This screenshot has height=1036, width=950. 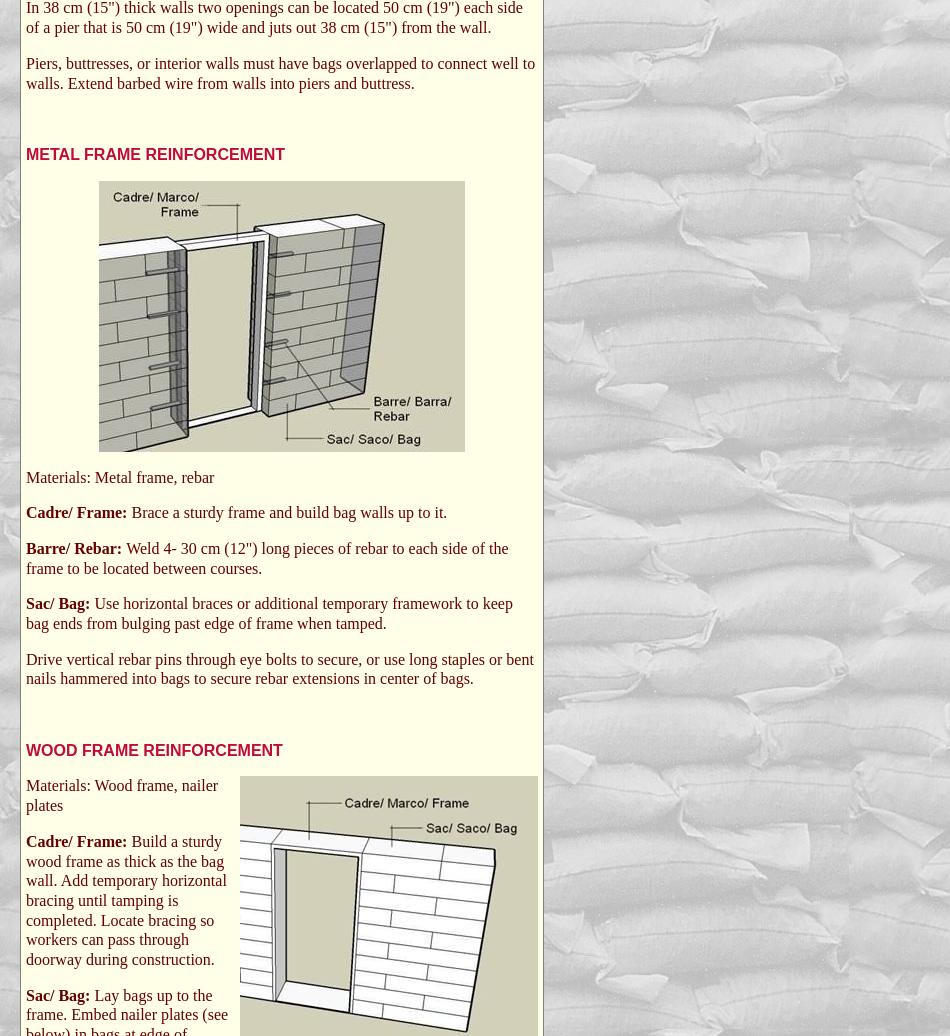 What do you see at coordinates (153, 749) in the screenshot?
I see `'WOOD FRAME REINFORCEMENT'` at bounding box center [153, 749].